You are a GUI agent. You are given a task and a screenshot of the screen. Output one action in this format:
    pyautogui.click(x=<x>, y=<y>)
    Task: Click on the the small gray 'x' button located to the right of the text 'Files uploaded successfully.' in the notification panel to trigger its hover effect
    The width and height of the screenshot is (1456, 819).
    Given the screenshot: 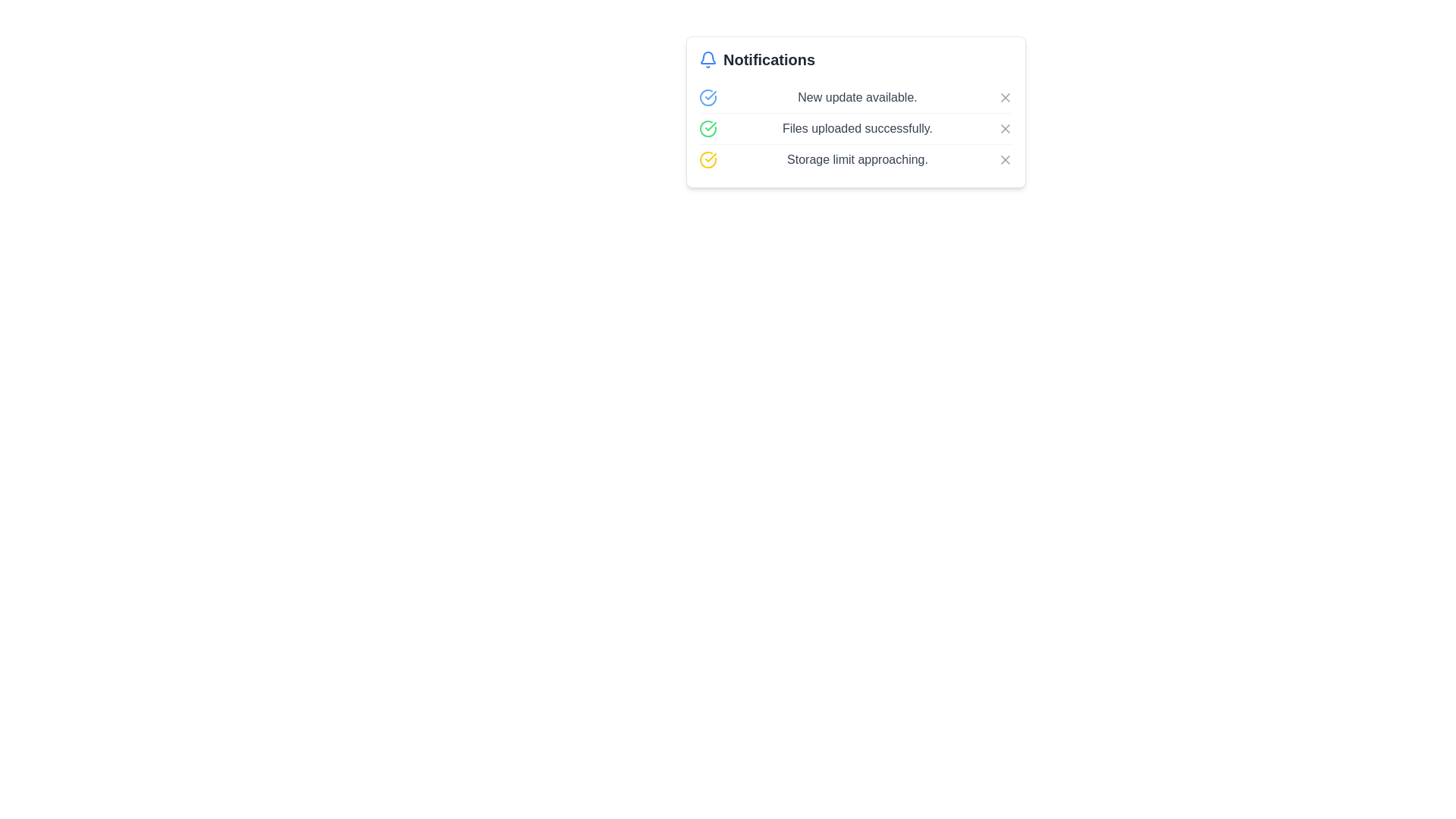 What is the action you would take?
    pyautogui.click(x=1005, y=127)
    